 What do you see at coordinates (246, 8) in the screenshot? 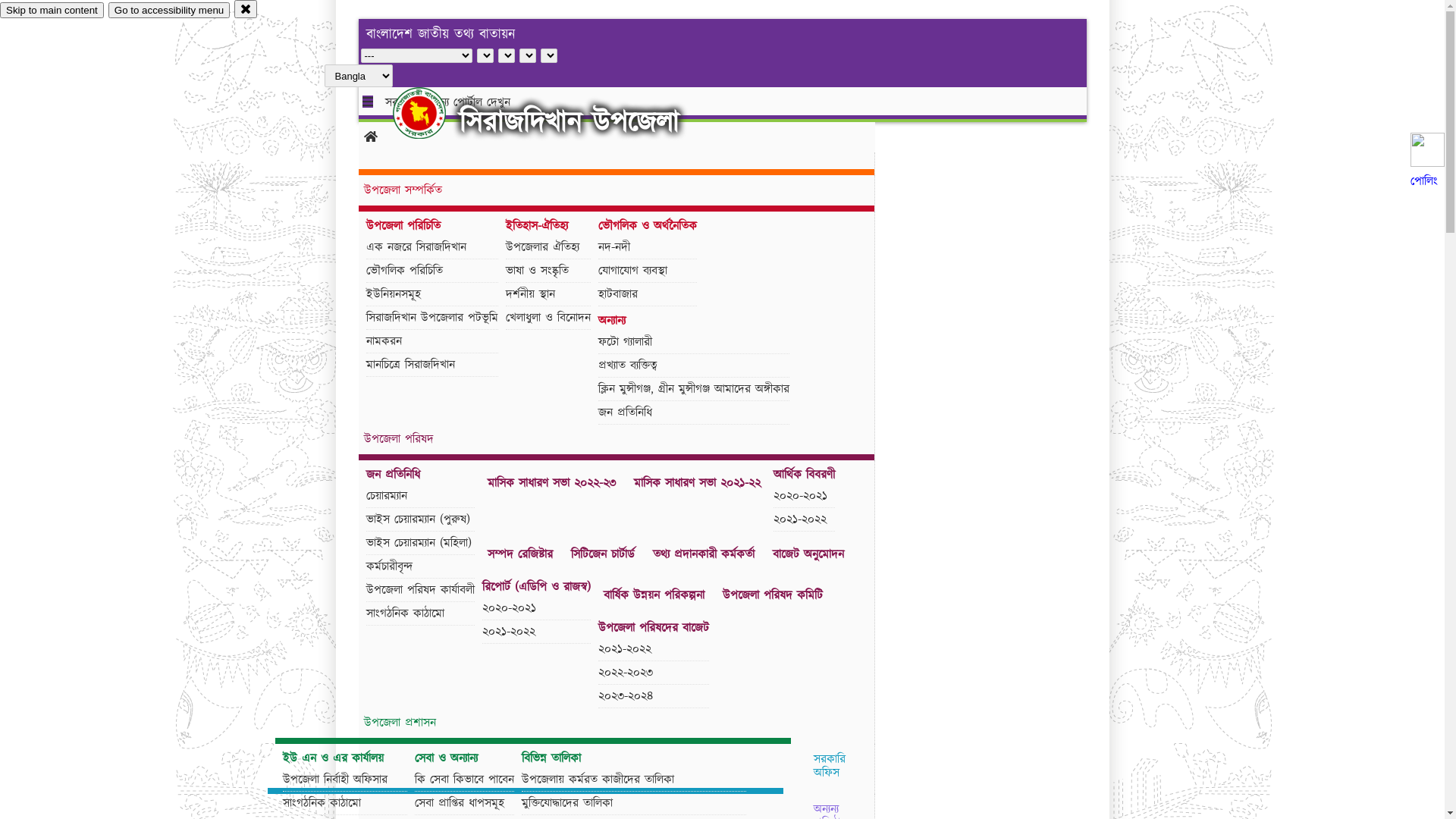
I see `'close'` at bounding box center [246, 8].